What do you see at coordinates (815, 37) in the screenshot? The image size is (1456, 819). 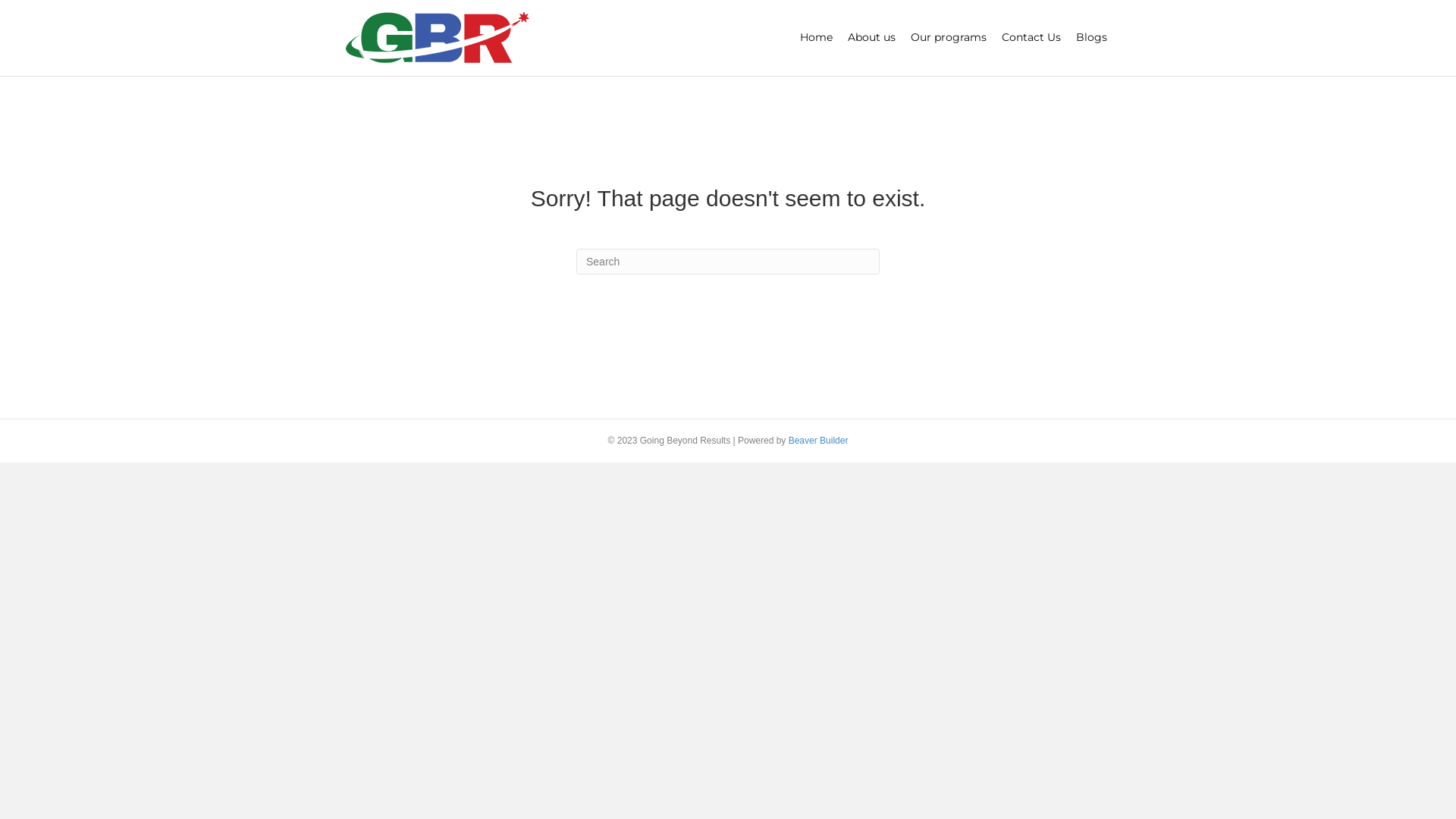 I see `'Home'` at bounding box center [815, 37].